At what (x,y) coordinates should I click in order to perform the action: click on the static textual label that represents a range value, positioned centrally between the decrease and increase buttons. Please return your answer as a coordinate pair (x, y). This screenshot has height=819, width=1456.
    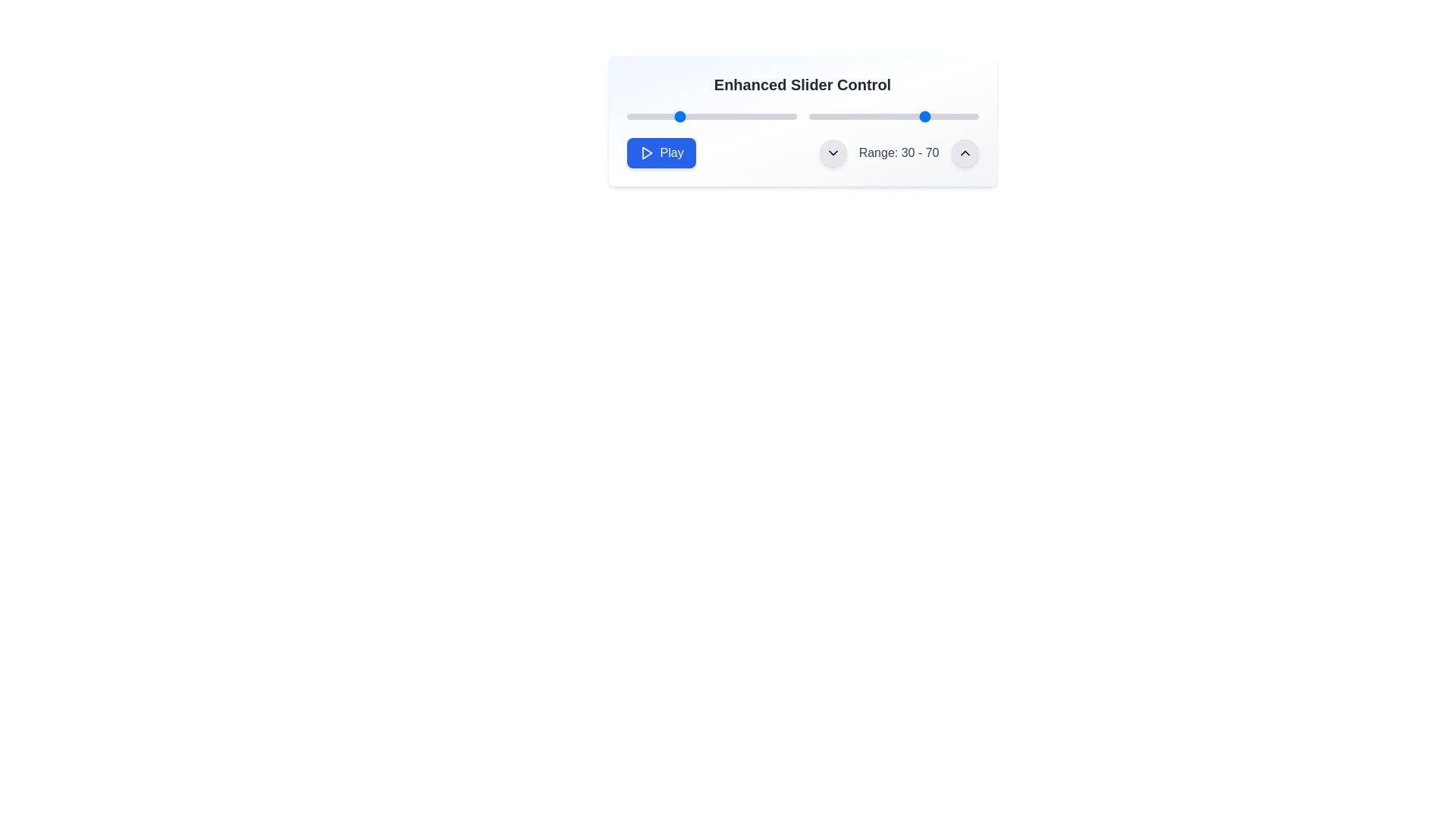
    Looking at the image, I should click on (899, 152).